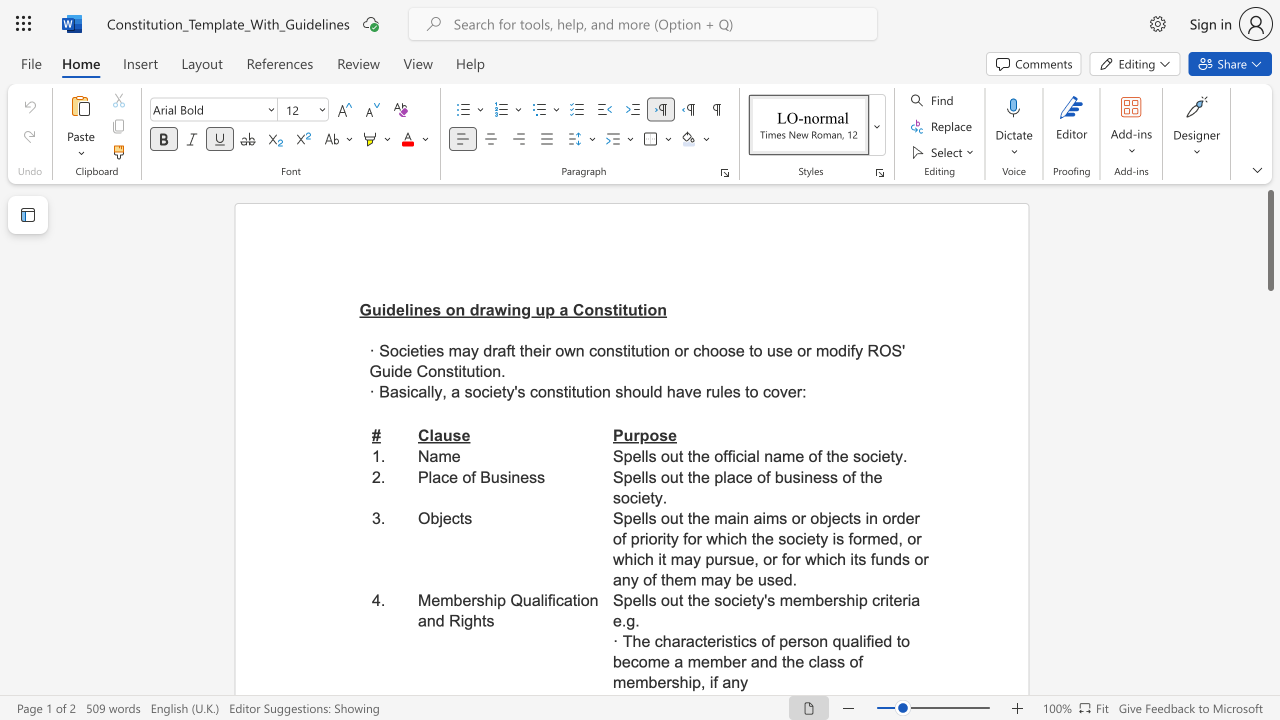 The width and height of the screenshot is (1280, 720). I want to click on the scrollbar on the right to shift the page lower, so click(1269, 588).